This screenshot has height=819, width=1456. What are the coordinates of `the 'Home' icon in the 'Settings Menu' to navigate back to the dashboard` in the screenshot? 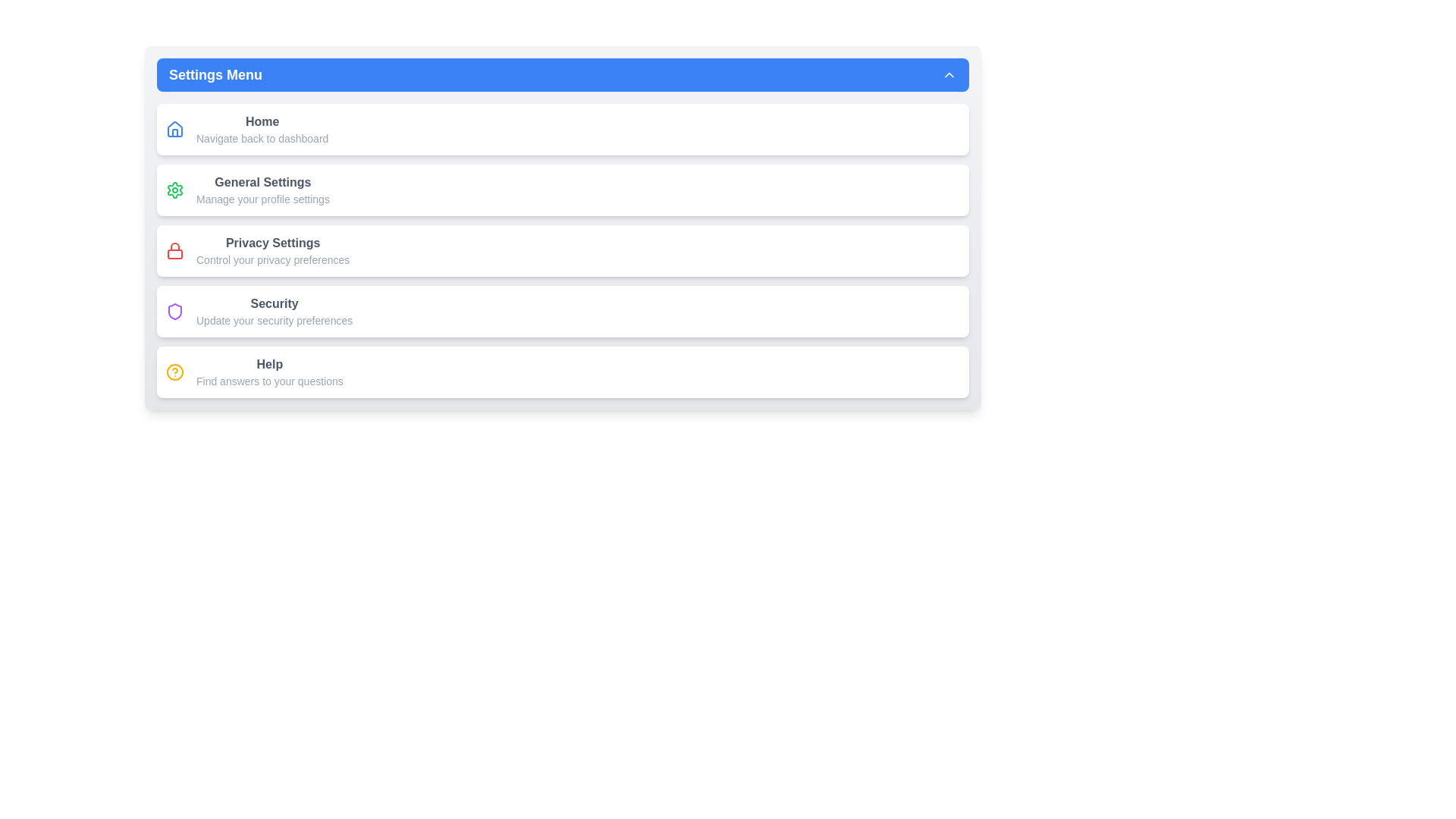 It's located at (174, 127).